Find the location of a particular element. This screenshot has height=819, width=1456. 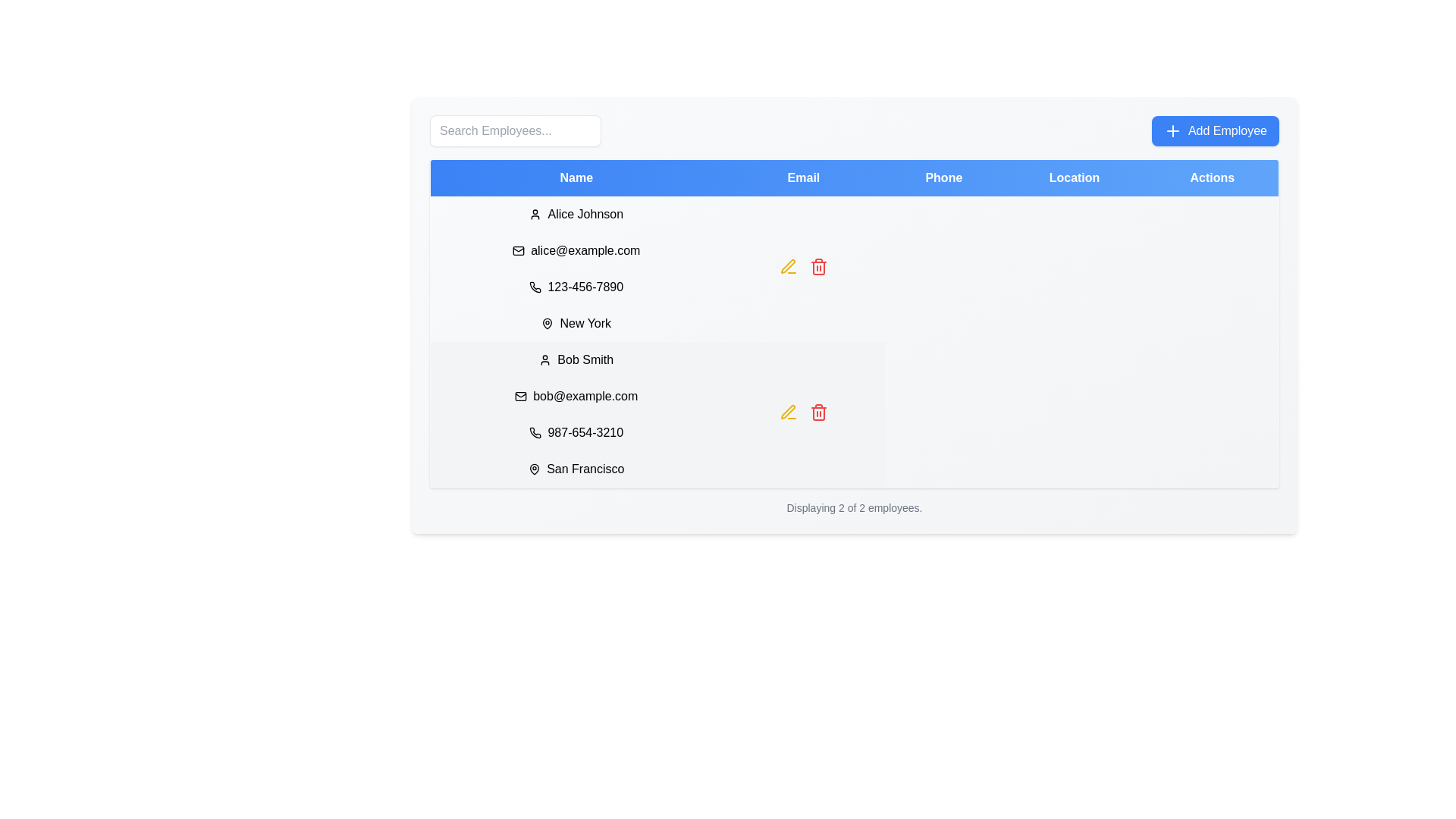

the email address 'alice@example.com' displayed next to the envelope icon for 'Alice Johnson' is located at coordinates (576, 250).